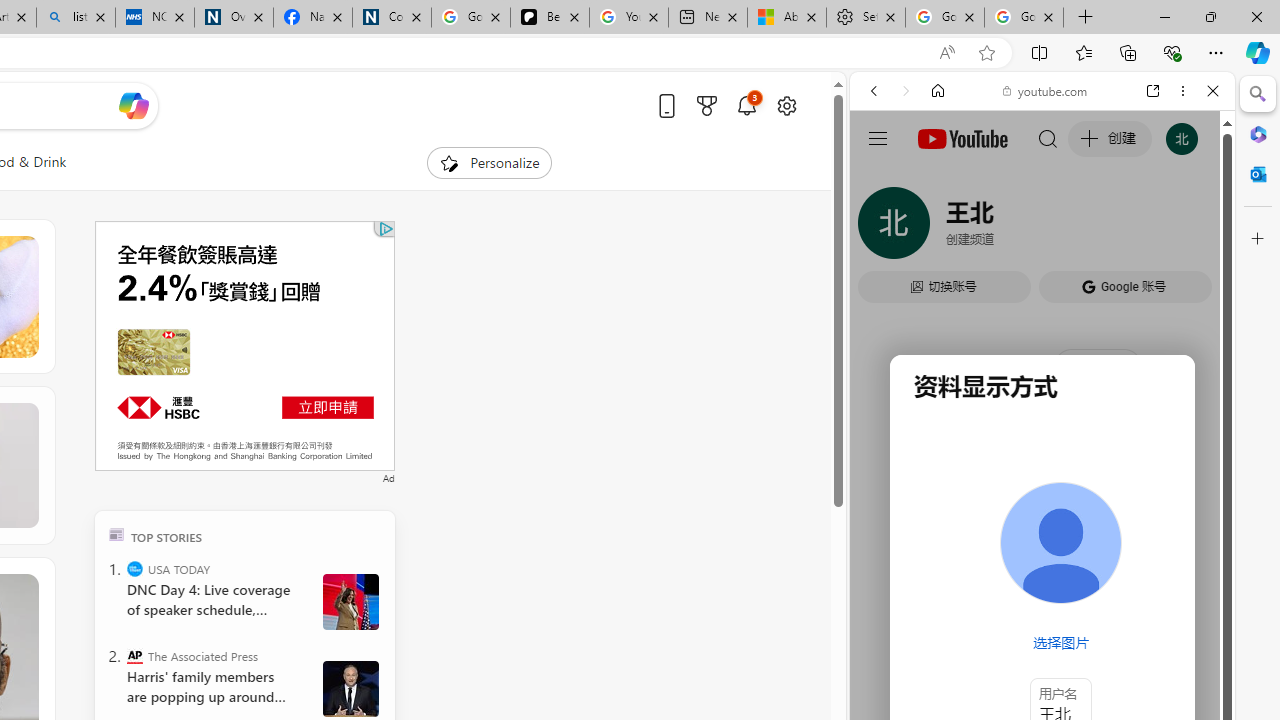 The image size is (1280, 720). Describe the element at coordinates (937, 91) in the screenshot. I see `'Home'` at that location.